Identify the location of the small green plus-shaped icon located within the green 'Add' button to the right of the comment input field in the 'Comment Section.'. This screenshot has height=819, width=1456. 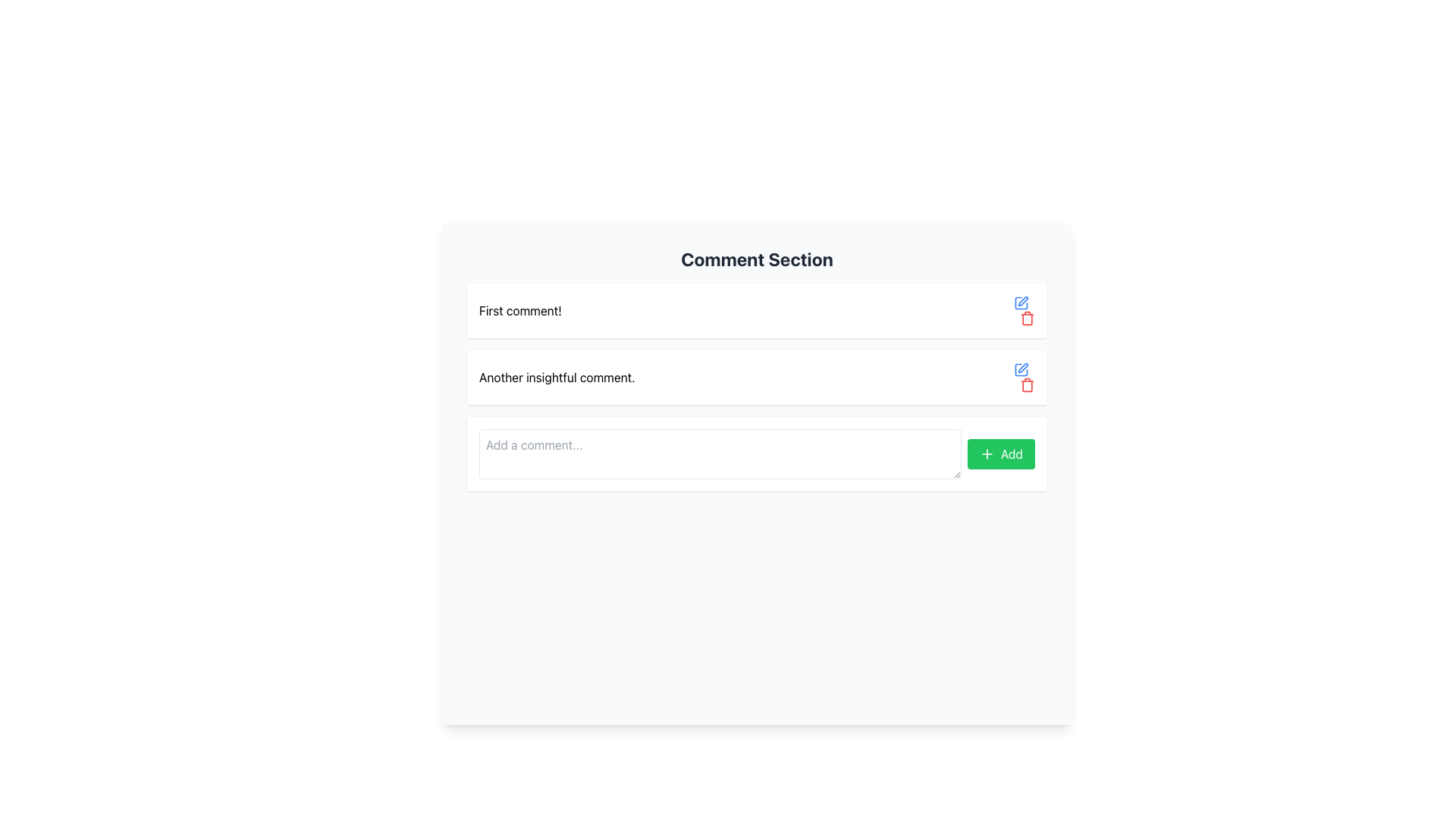
(987, 453).